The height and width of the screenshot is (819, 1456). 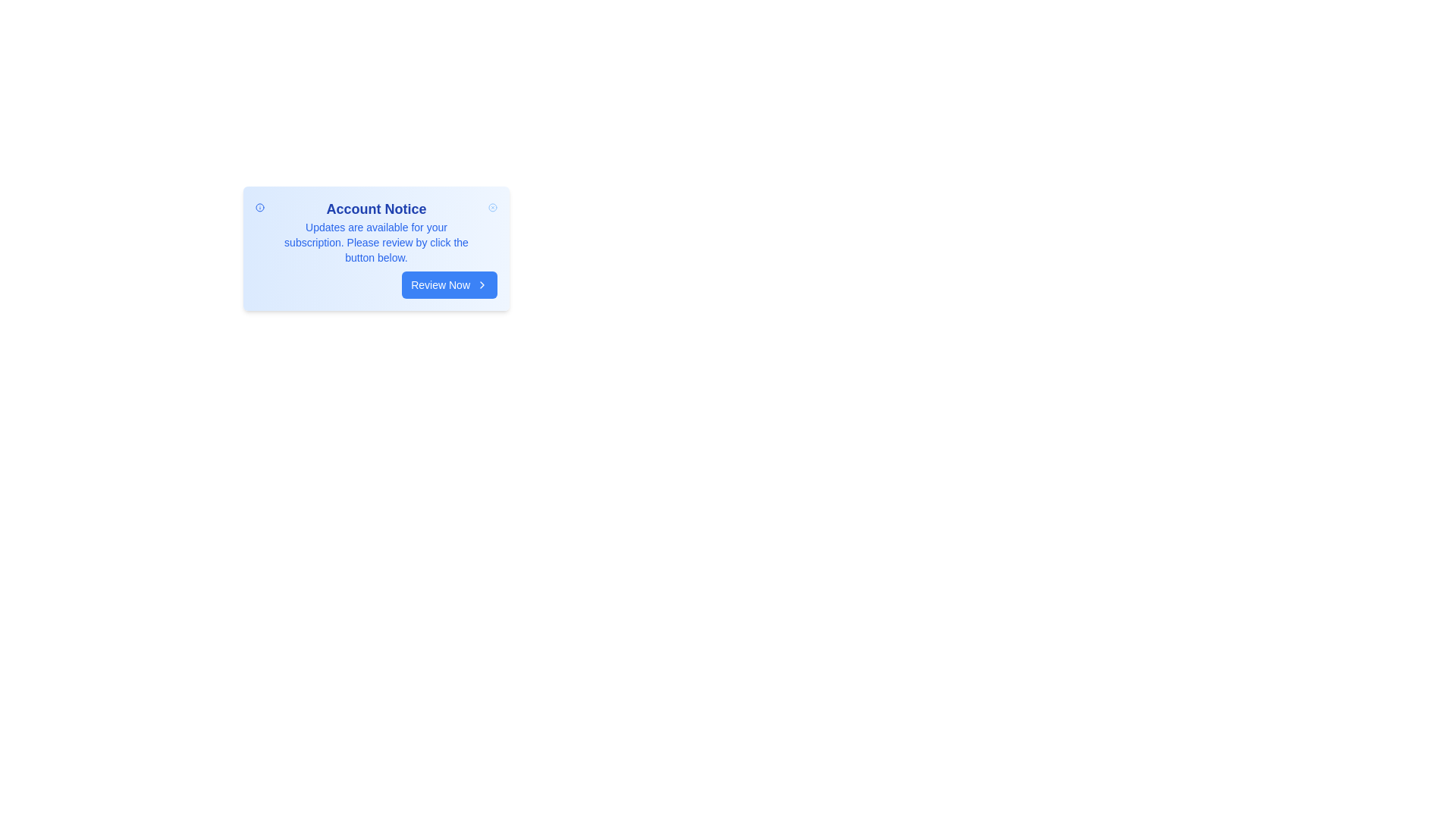 What do you see at coordinates (276, 219) in the screenshot?
I see `the notification text for copying` at bounding box center [276, 219].